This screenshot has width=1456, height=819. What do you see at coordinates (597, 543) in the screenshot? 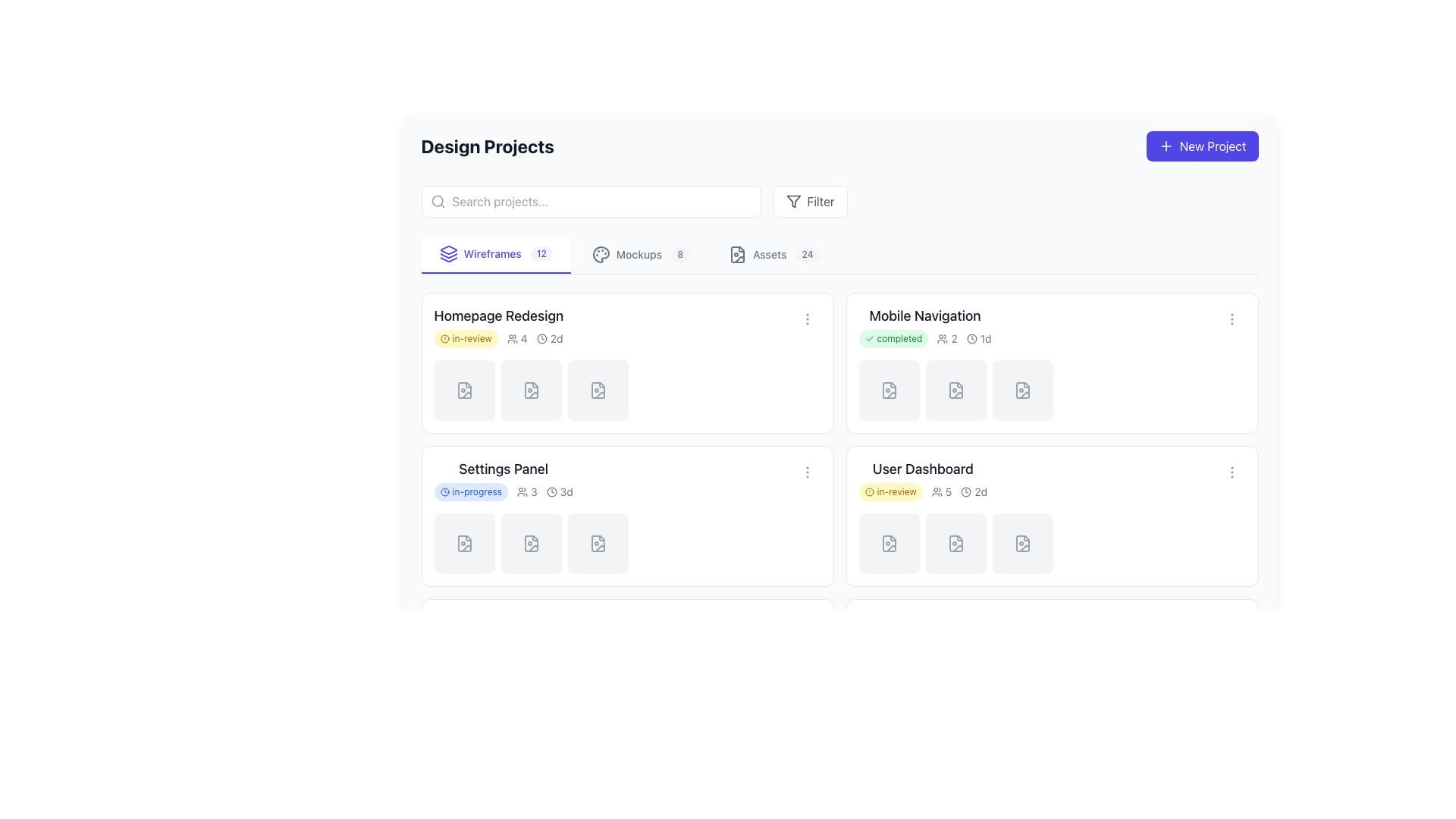
I see `the SVG graphic icon resembling a document with an image embedded in it located in the 'Settings Panel' section, which is the third item in a row of icons` at bounding box center [597, 543].